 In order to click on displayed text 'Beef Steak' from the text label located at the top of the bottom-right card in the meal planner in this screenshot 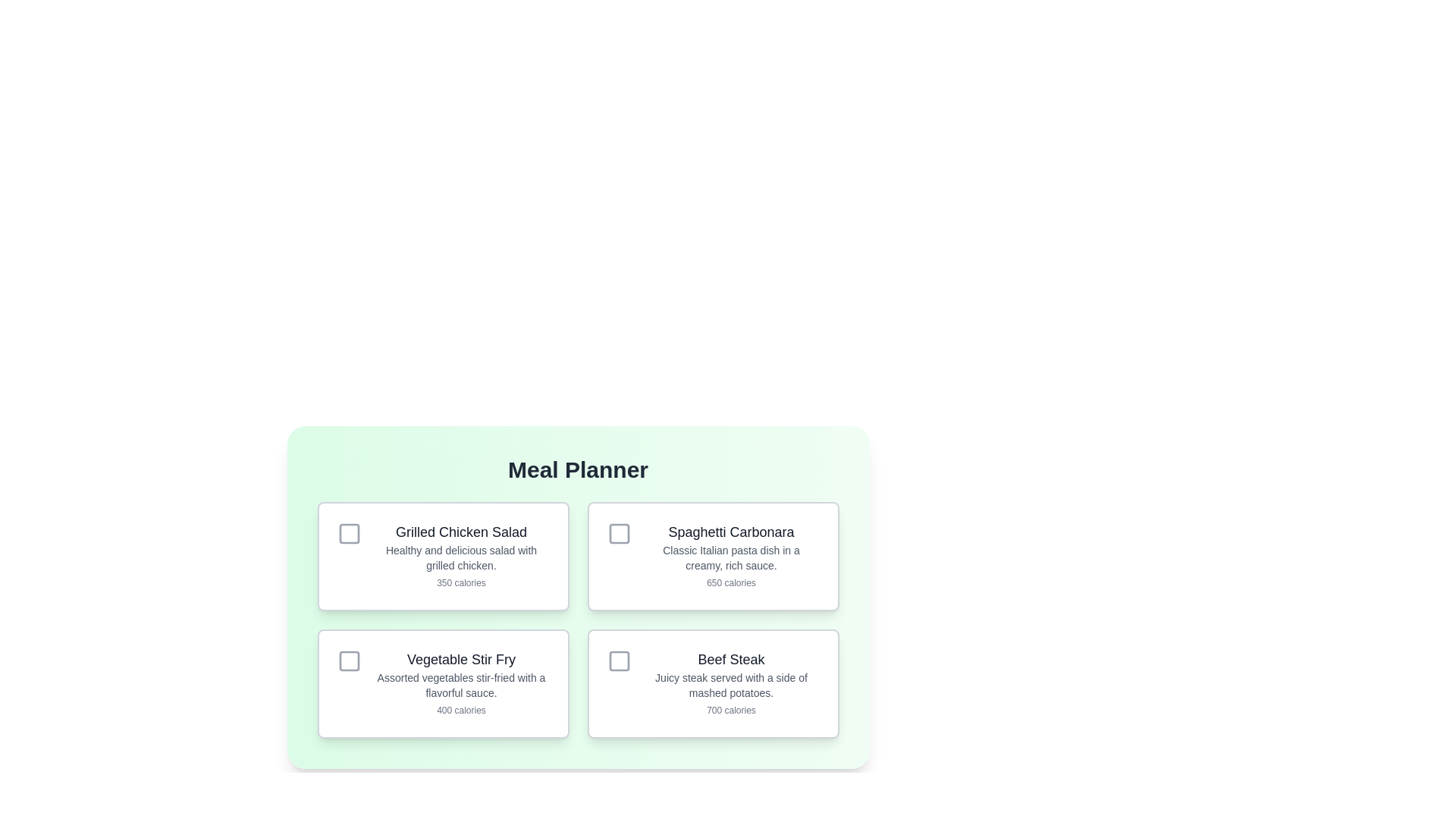, I will do `click(731, 659)`.